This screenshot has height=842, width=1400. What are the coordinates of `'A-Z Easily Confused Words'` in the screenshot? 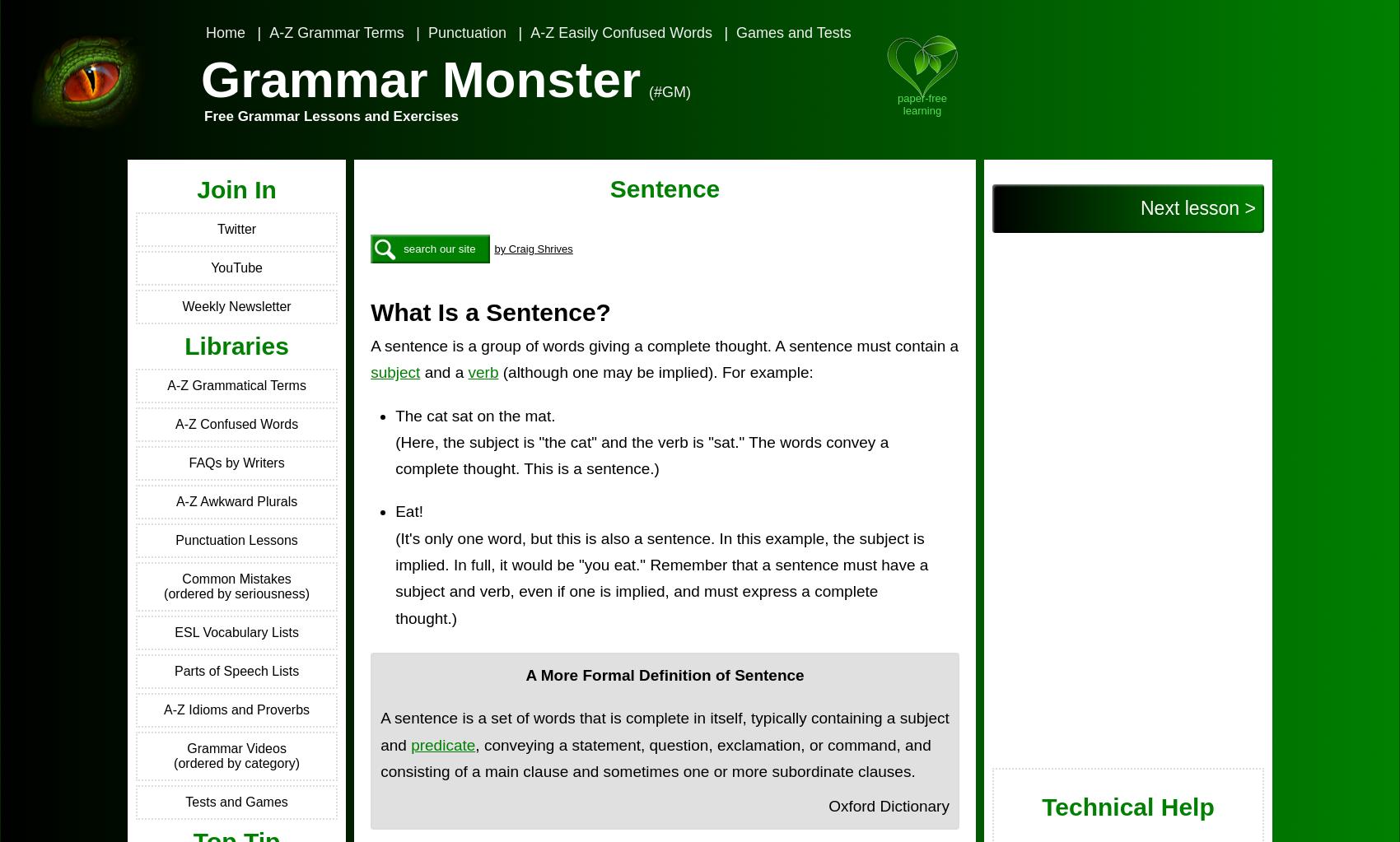 It's located at (619, 32).